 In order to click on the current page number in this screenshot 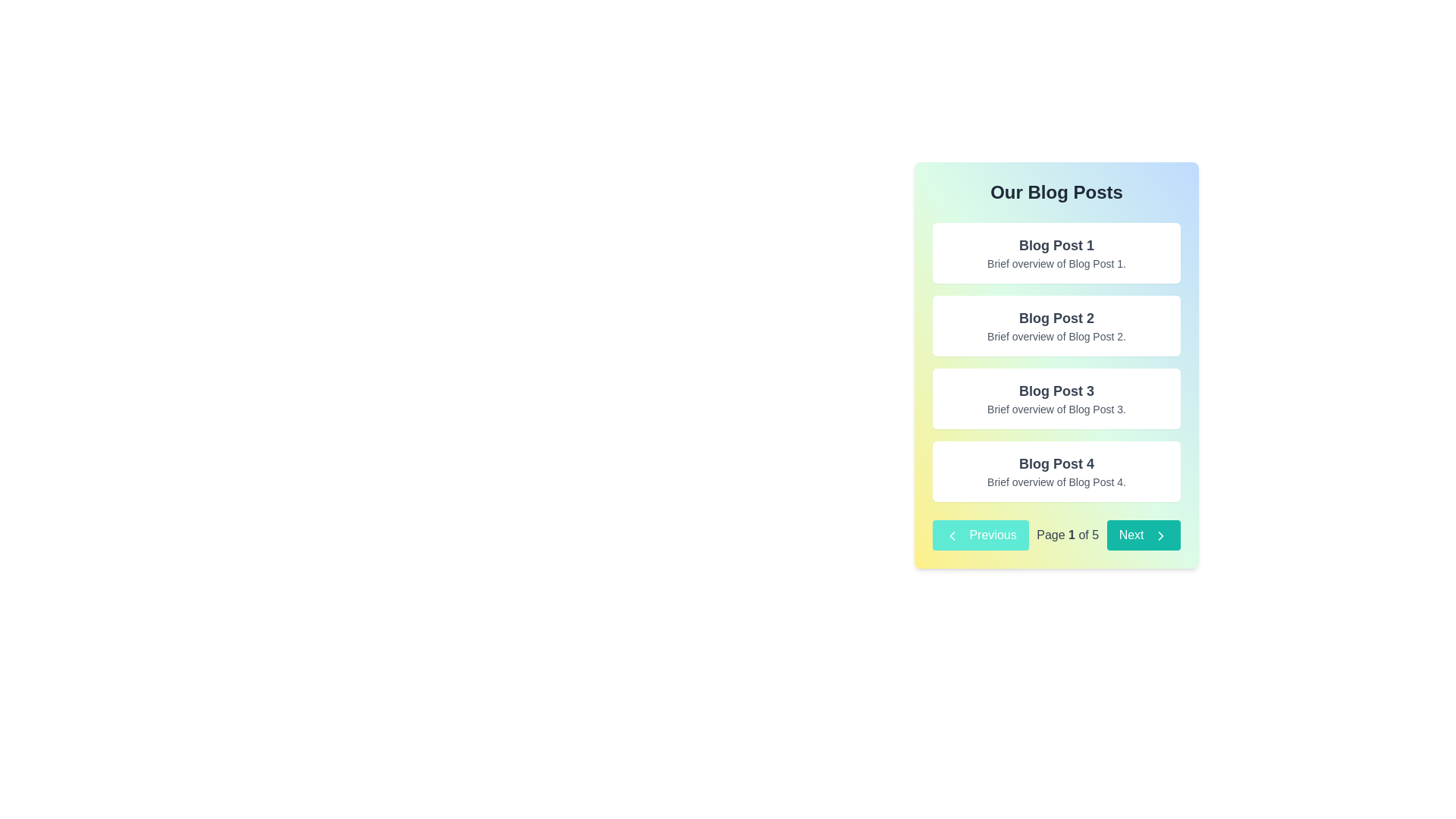, I will do `click(1071, 534)`.